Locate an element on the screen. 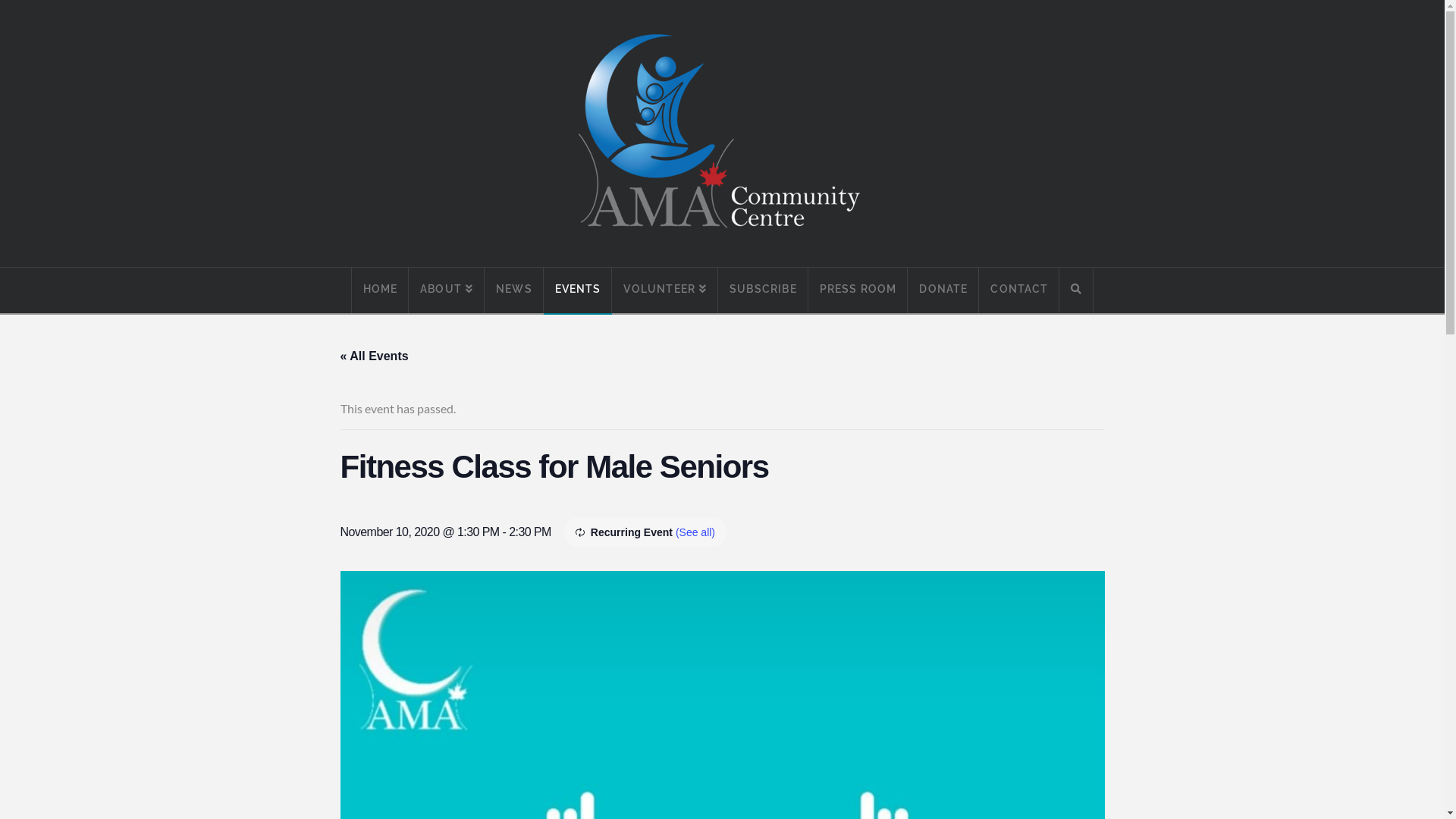 The width and height of the screenshot is (1456, 819). 'ABOUT' is located at coordinates (446, 290).